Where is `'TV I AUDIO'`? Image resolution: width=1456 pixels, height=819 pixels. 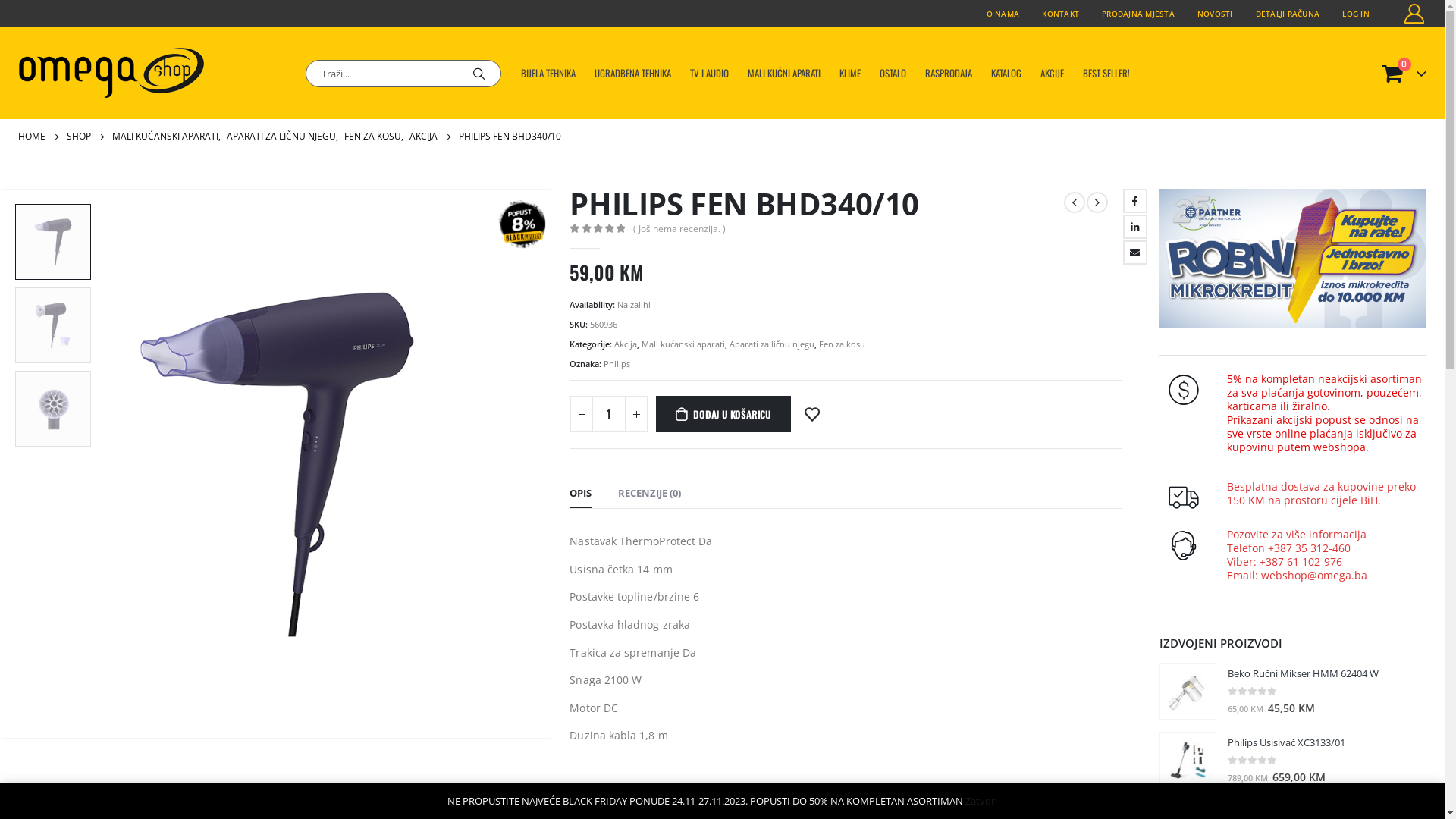
'TV I AUDIO' is located at coordinates (708, 73).